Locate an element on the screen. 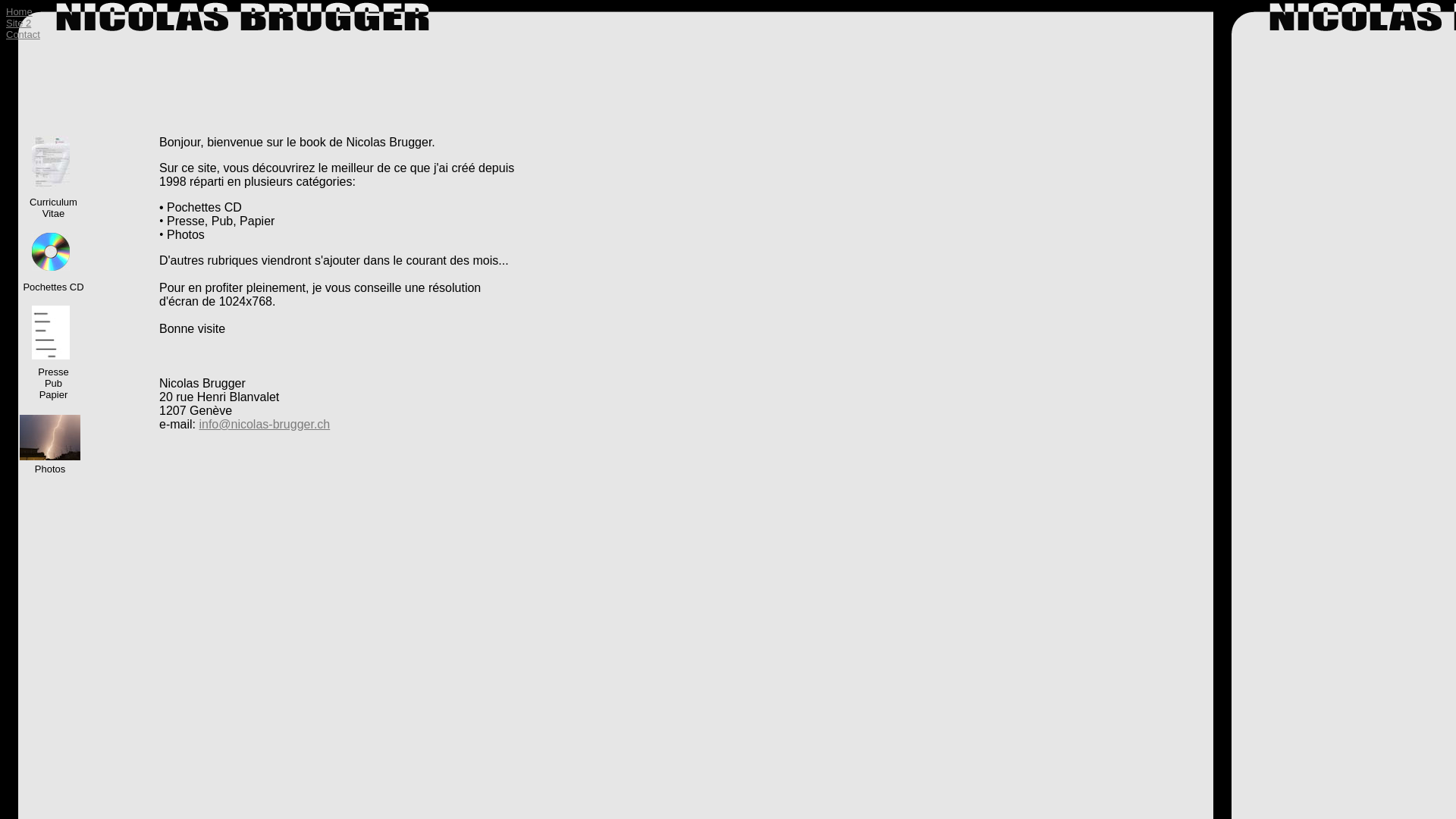  'Site 2' is located at coordinates (18, 23).